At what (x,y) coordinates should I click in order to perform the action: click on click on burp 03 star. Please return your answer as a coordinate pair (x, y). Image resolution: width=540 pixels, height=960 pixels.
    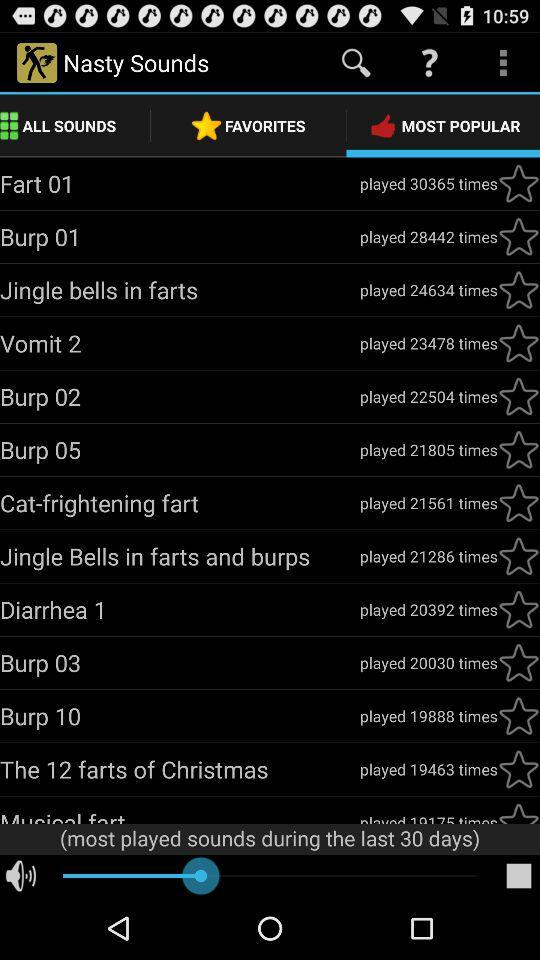
    Looking at the image, I should click on (518, 662).